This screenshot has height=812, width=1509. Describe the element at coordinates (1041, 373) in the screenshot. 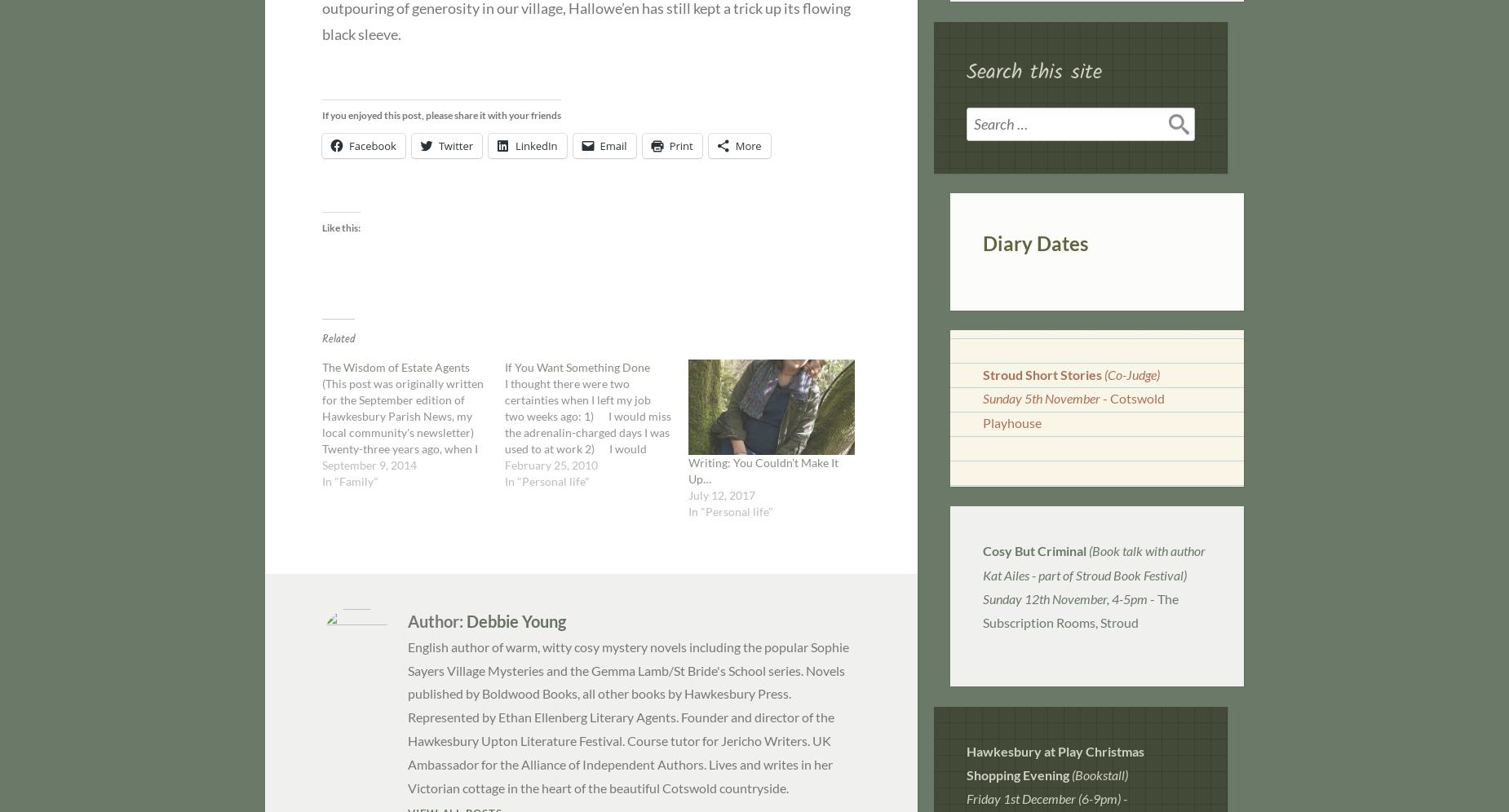

I see `'Stroud Short Stories'` at that location.